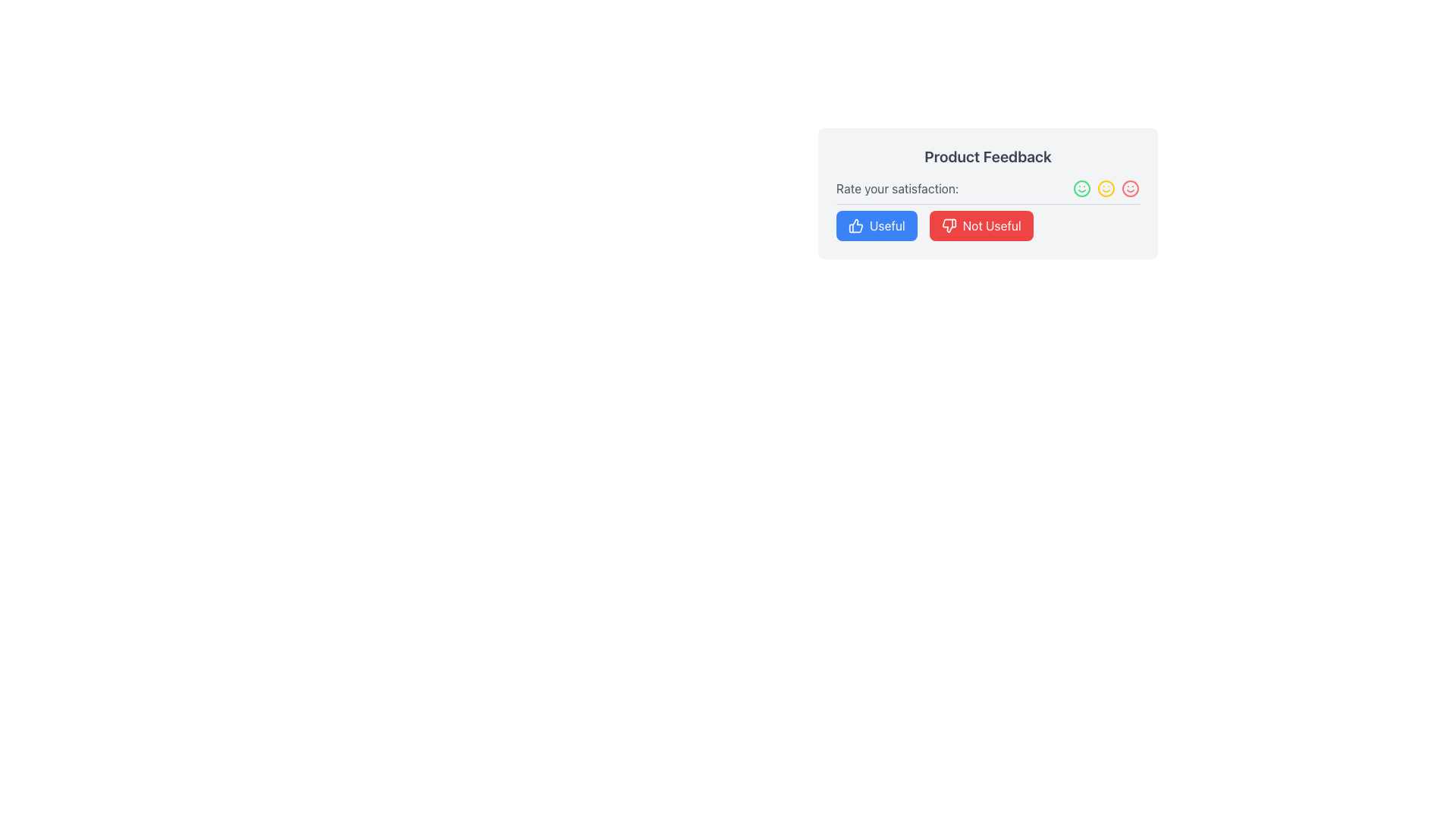  Describe the element at coordinates (855, 225) in the screenshot. I see `the blue thumbs-up icon outlined with a white stroke` at that location.